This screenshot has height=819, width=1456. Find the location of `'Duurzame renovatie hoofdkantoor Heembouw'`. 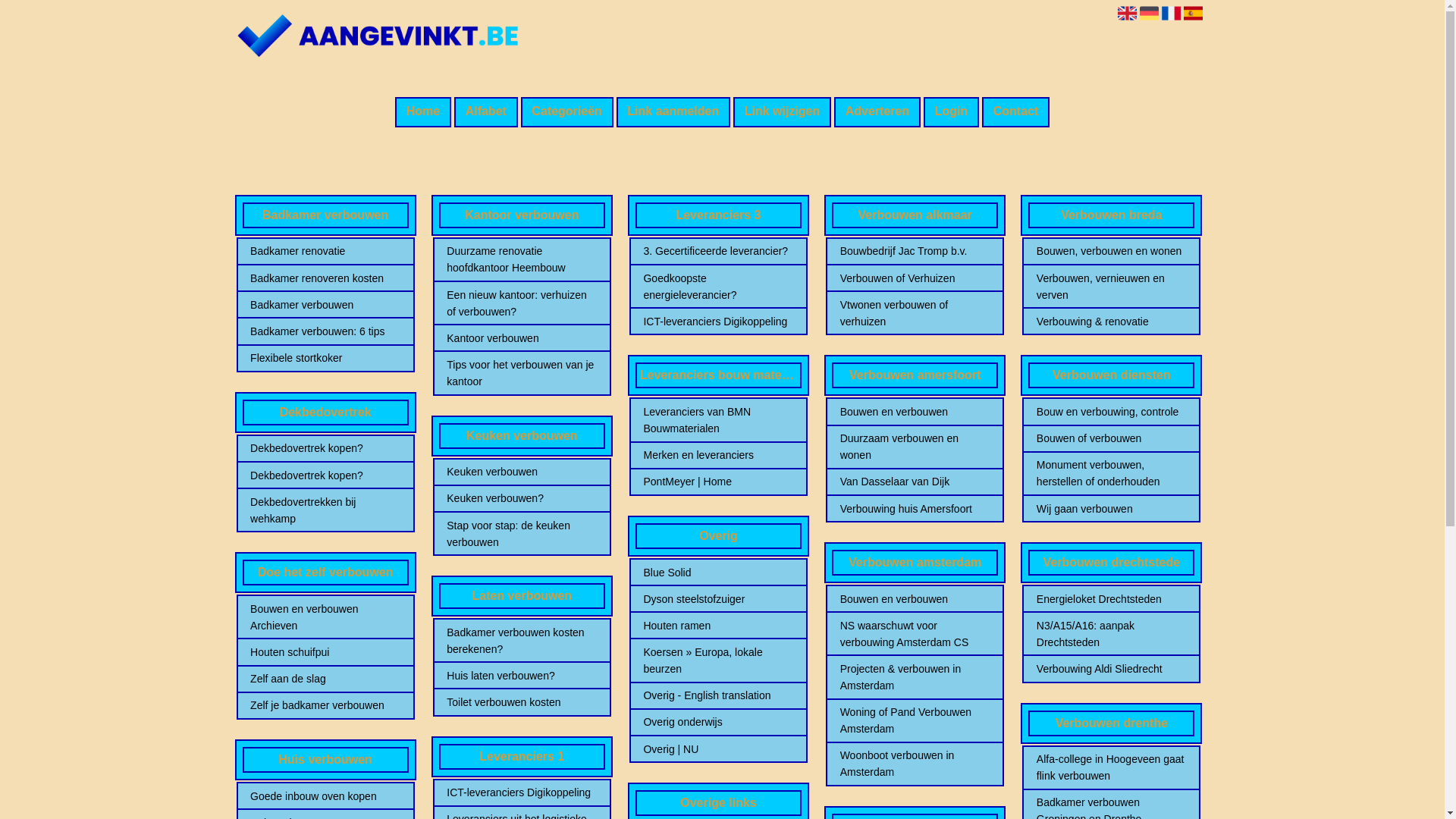

'Duurzame renovatie hoofdkantoor Heembouw' is located at coordinates (521, 259).